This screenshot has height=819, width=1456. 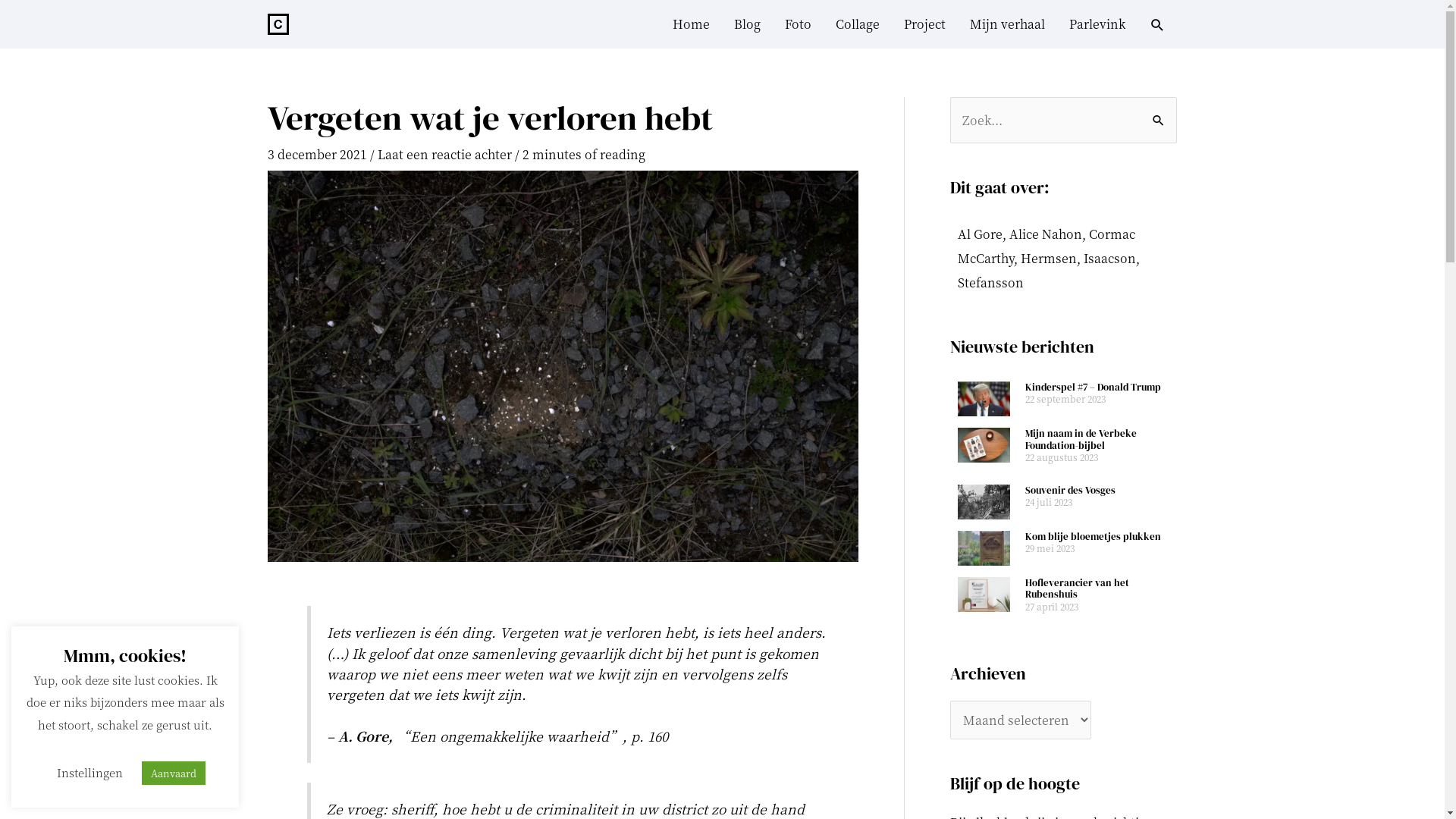 What do you see at coordinates (172, 773) in the screenshot?
I see `'Aanvaard'` at bounding box center [172, 773].